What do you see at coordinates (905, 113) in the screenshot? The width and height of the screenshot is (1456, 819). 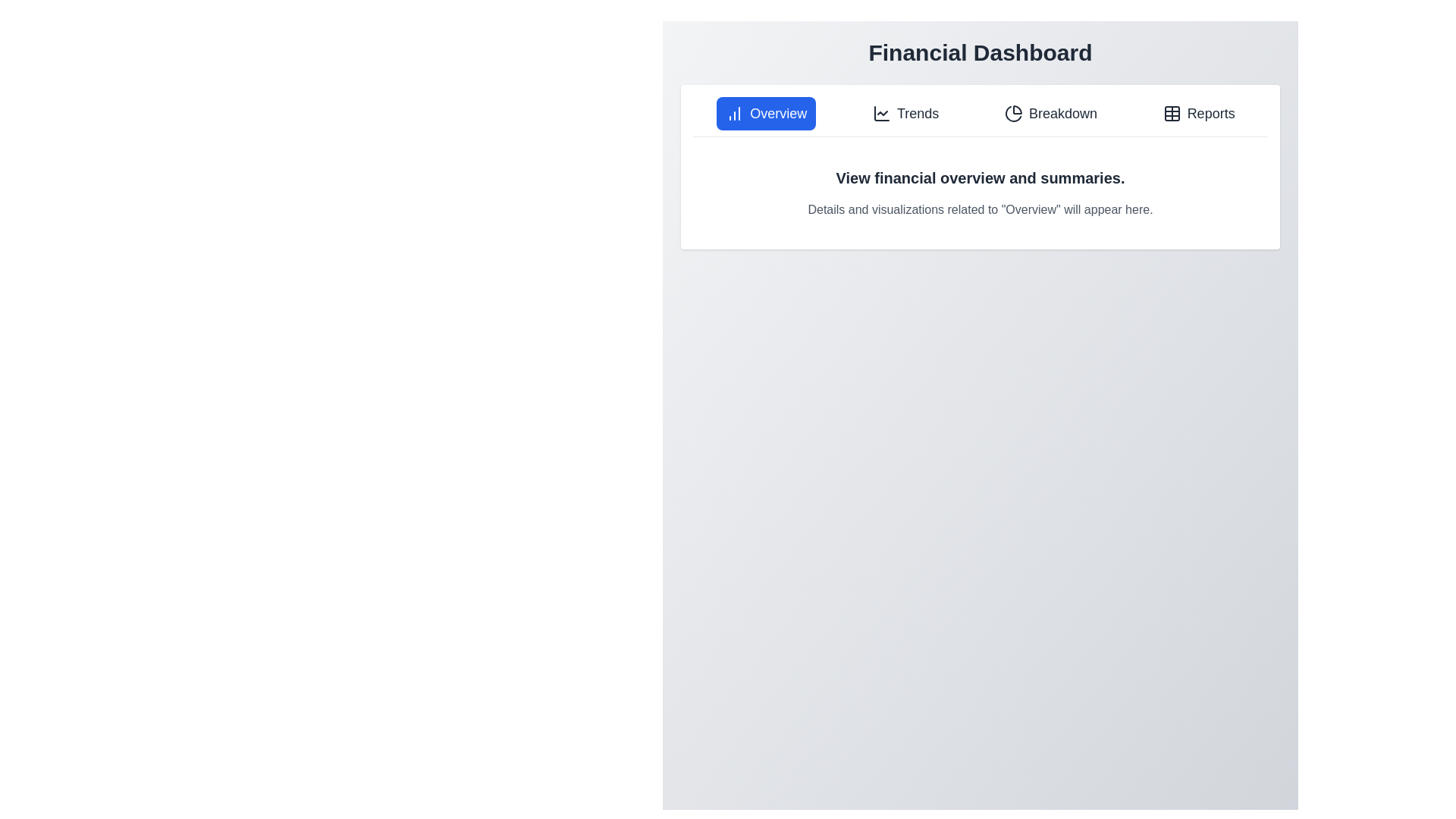 I see `the Trends tab to view its content` at bounding box center [905, 113].